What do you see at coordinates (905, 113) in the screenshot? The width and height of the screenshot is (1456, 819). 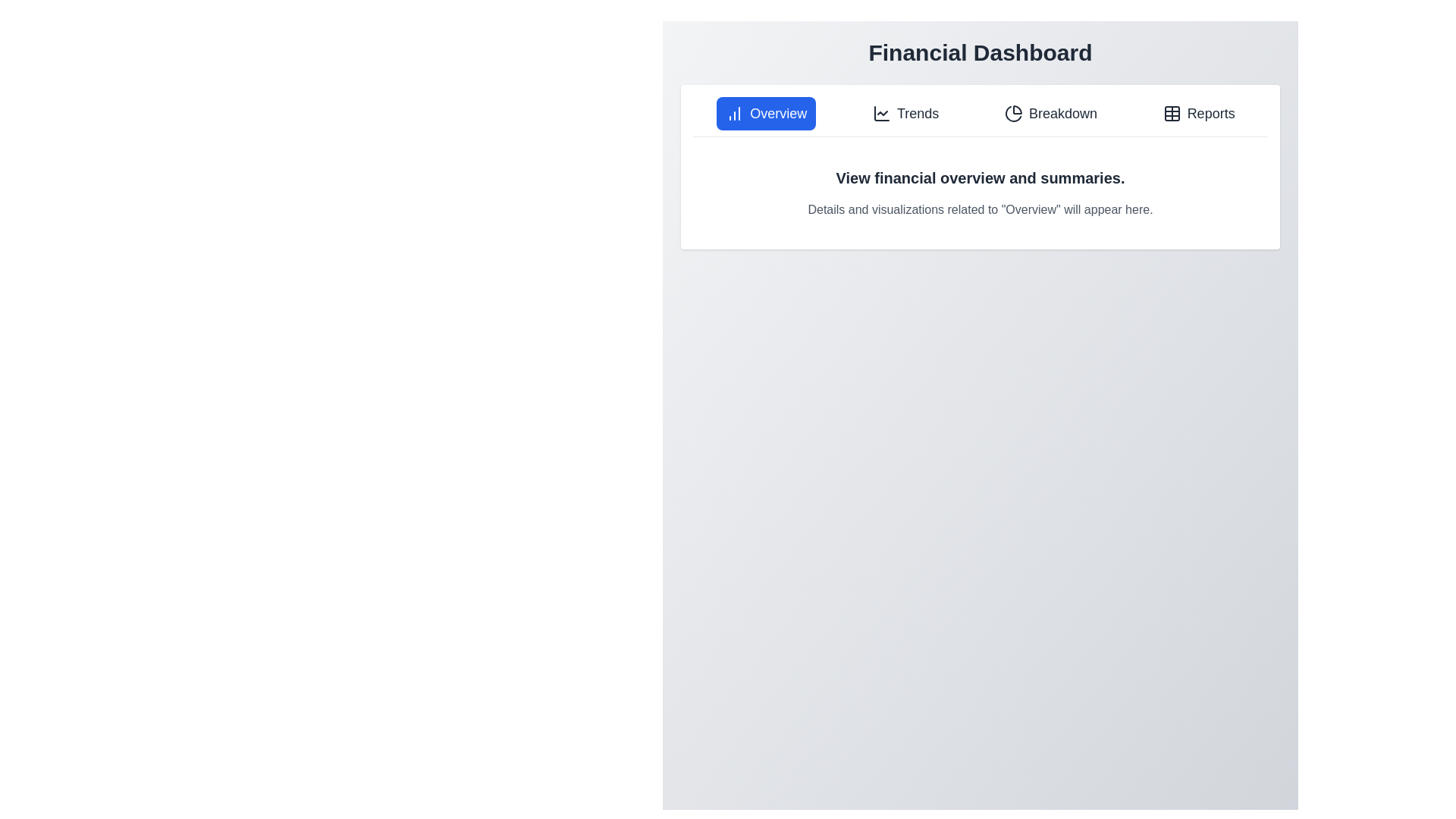 I see `the Trends tab to view its content` at bounding box center [905, 113].